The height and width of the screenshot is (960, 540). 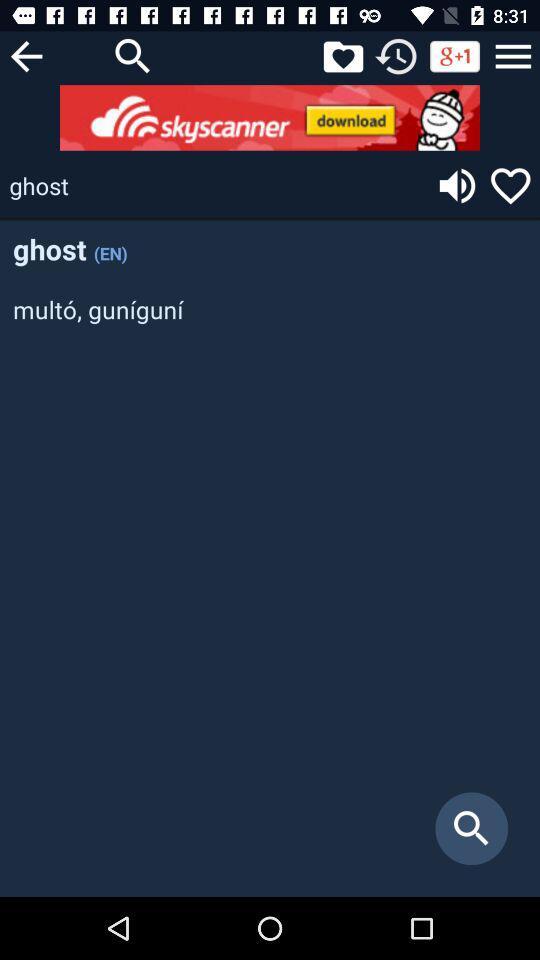 What do you see at coordinates (342, 55) in the screenshot?
I see `the favorite icon` at bounding box center [342, 55].